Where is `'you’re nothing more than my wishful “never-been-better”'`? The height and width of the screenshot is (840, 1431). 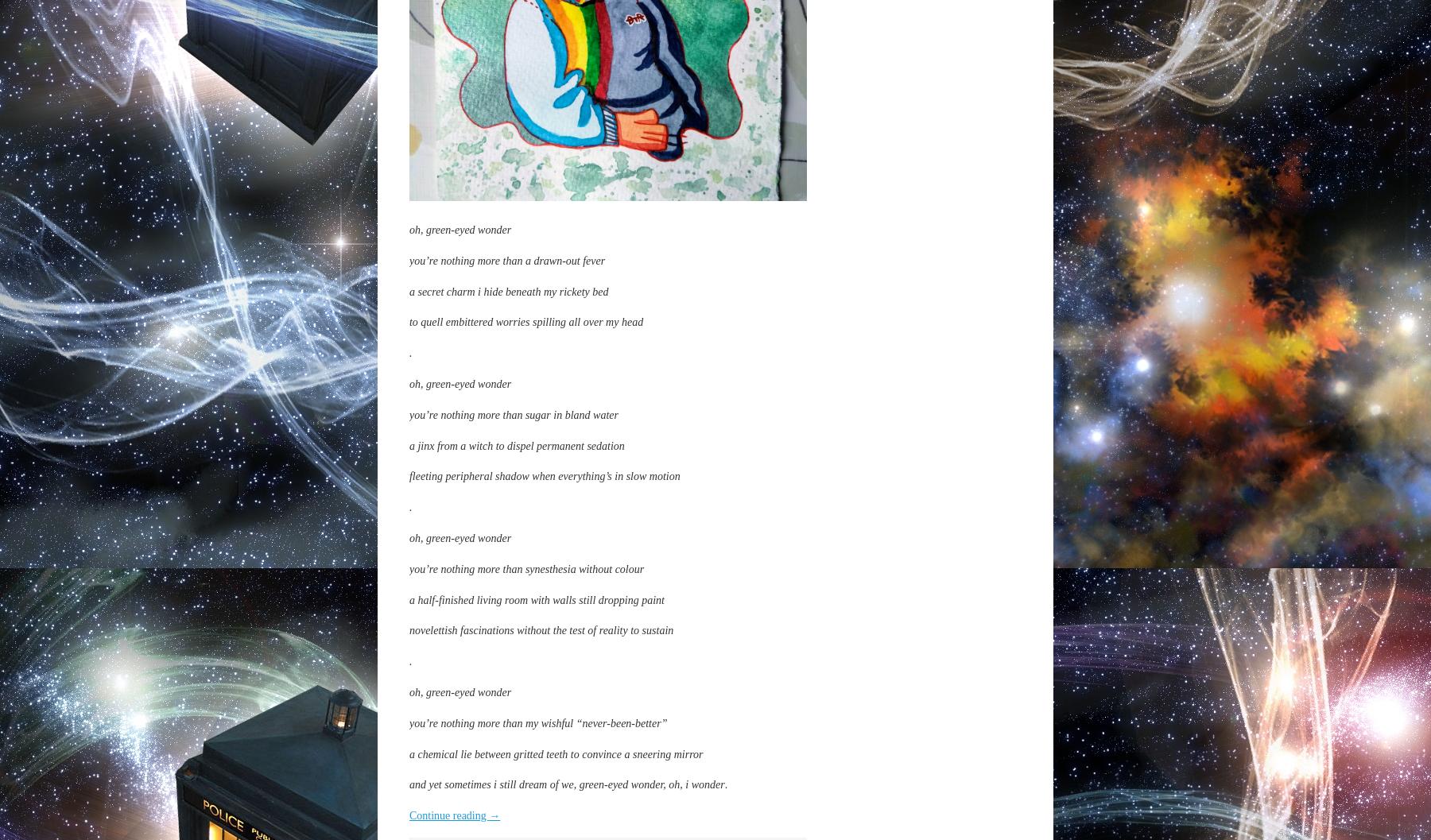 'you’re nothing more than my wishful “never-been-better”' is located at coordinates (537, 722).